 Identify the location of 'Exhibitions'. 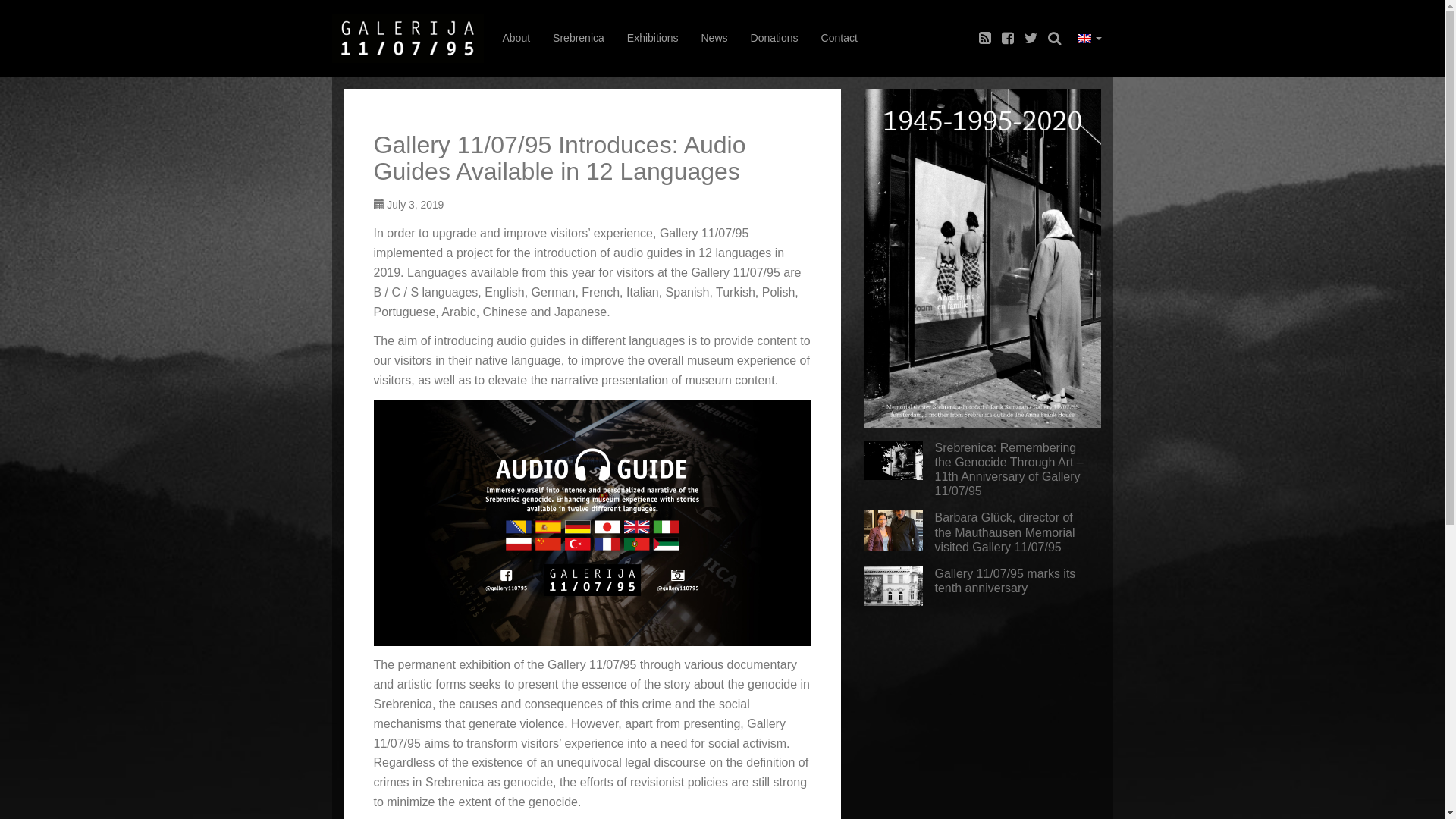
(652, 37).